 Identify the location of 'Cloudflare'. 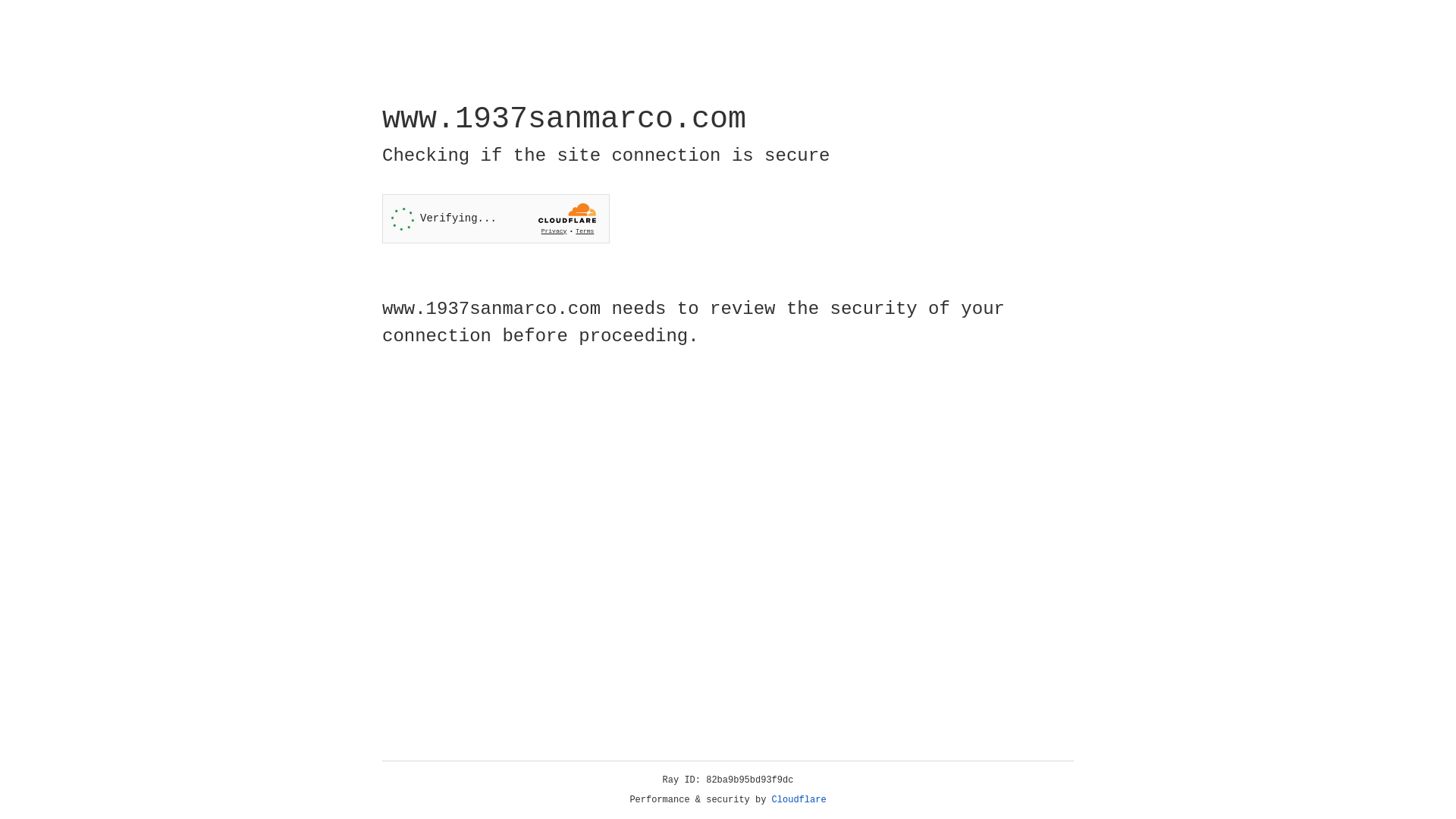
(799, 799).